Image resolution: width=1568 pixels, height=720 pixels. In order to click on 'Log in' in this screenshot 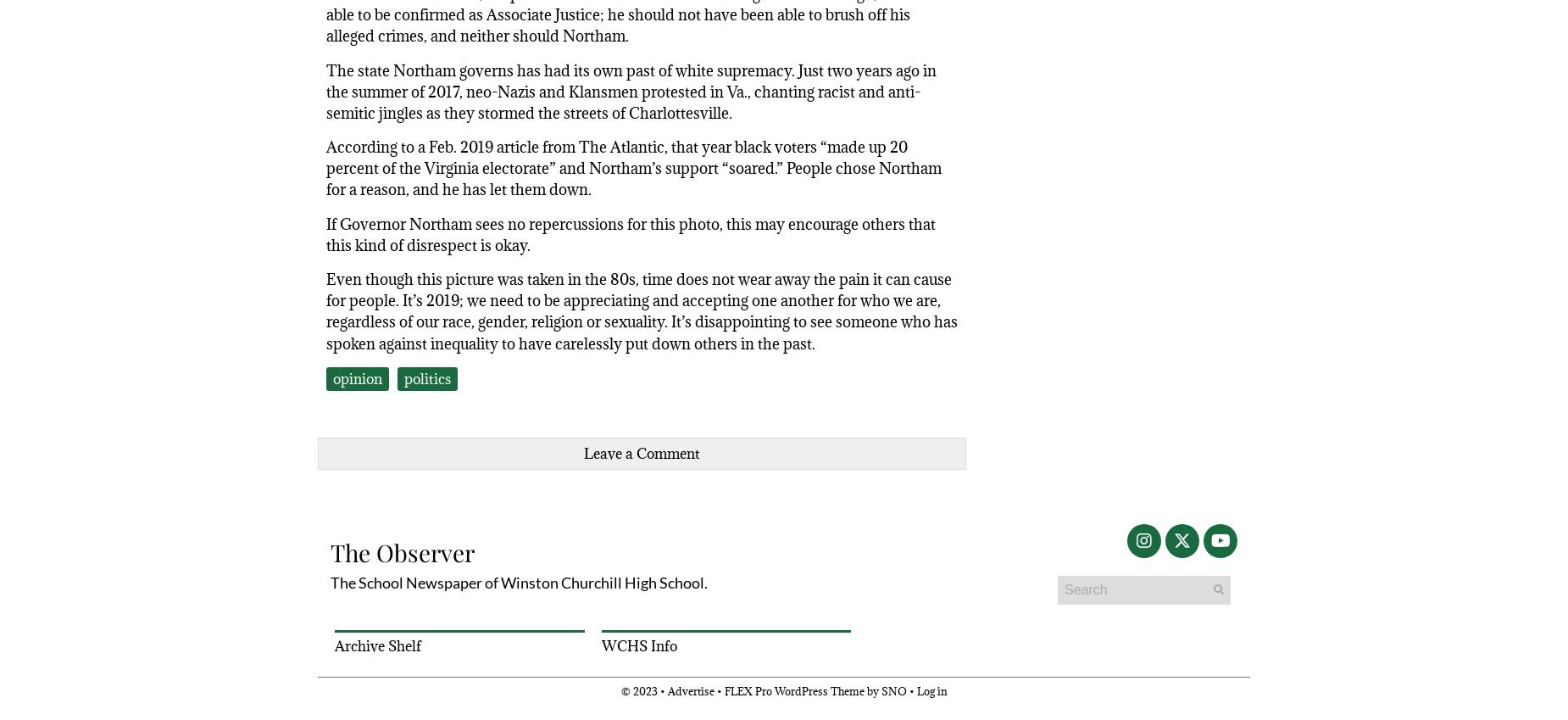, I will do `click(931, 690)`.